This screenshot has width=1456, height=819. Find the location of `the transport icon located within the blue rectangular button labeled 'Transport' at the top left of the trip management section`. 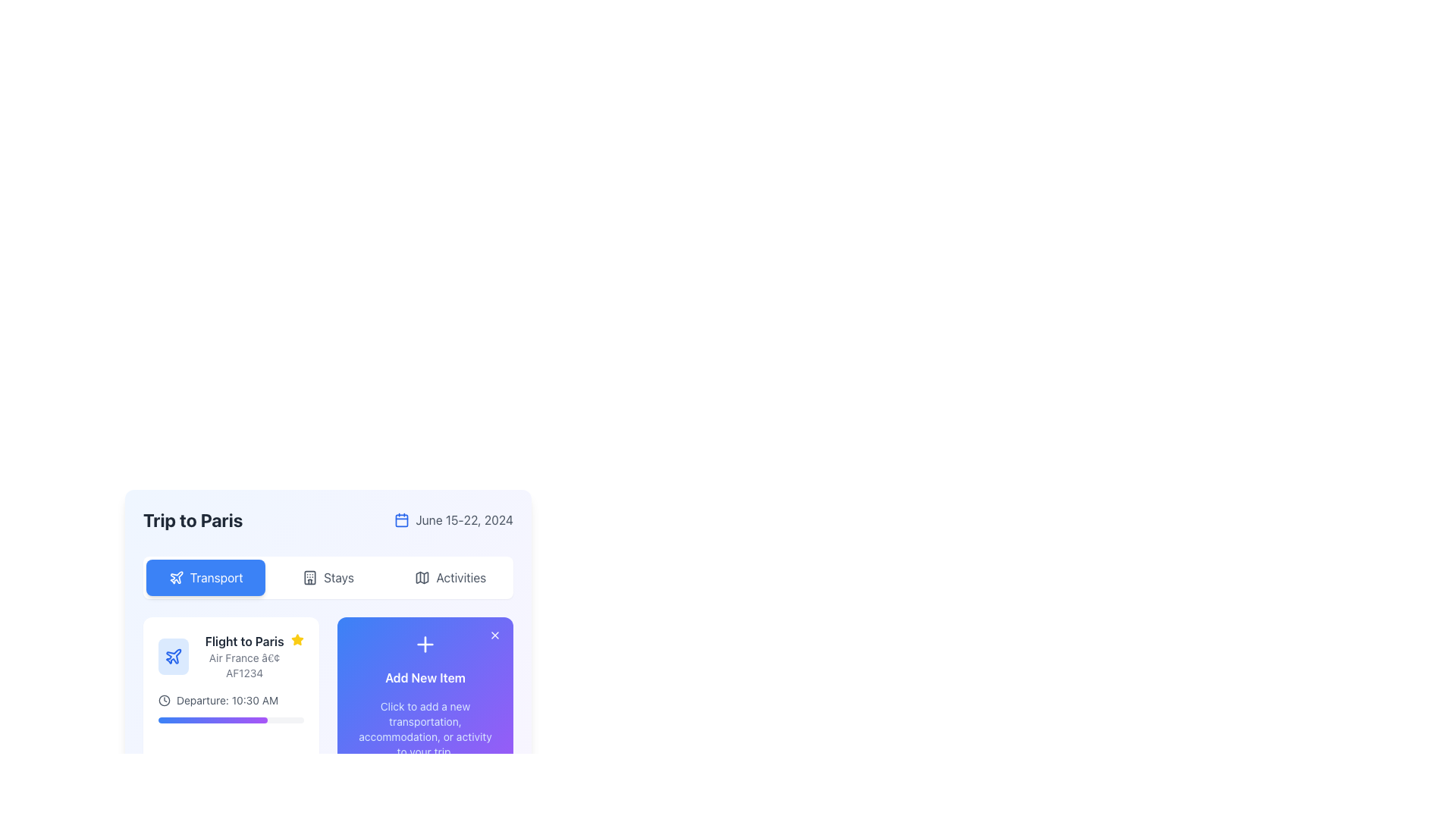

the transport icon located within the blue rectangular button labeled 'Transport' at the top left of the trip management section is located at coordinates (176, 578).